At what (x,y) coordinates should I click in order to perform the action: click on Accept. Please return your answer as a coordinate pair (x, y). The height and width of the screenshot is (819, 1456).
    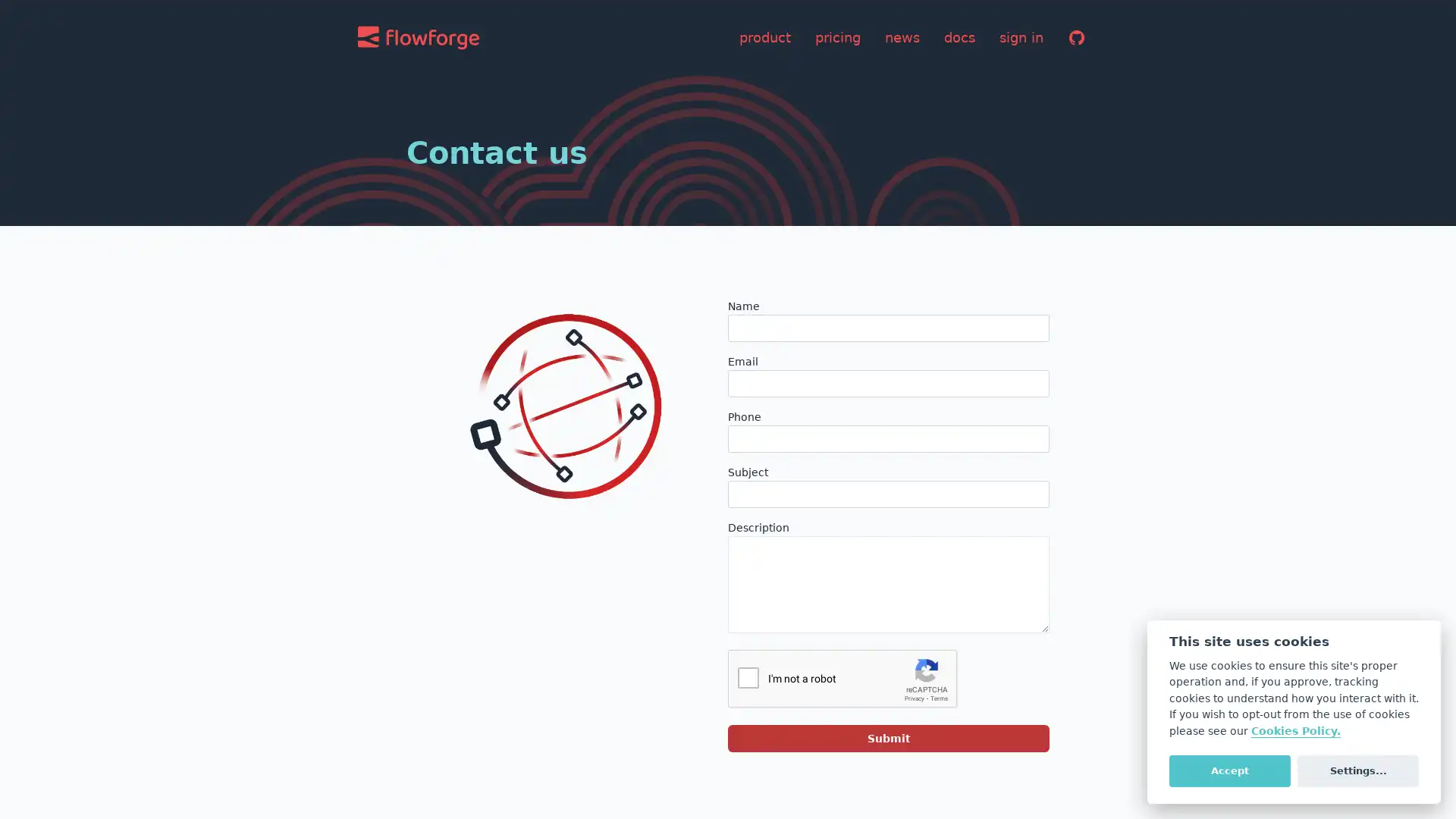
    Looking at the image, I should click on (1229, 770).